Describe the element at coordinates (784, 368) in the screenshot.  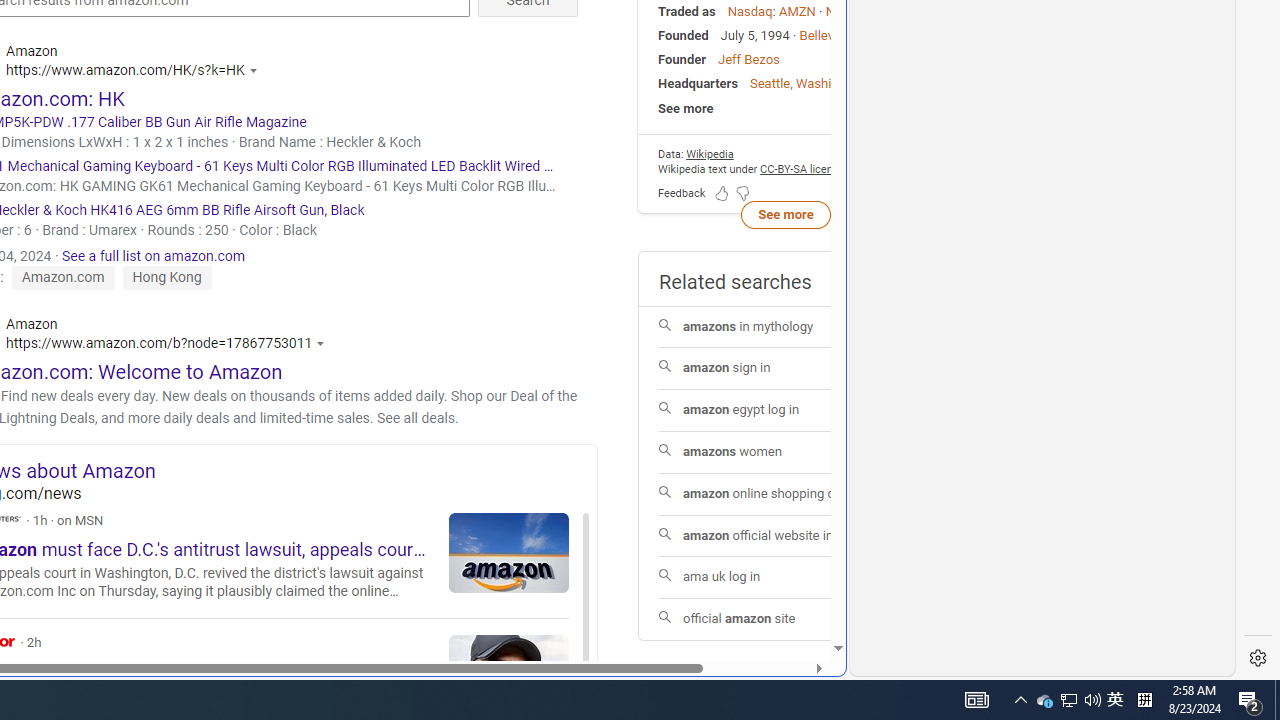
I see `'amazon sign in'` at that location.